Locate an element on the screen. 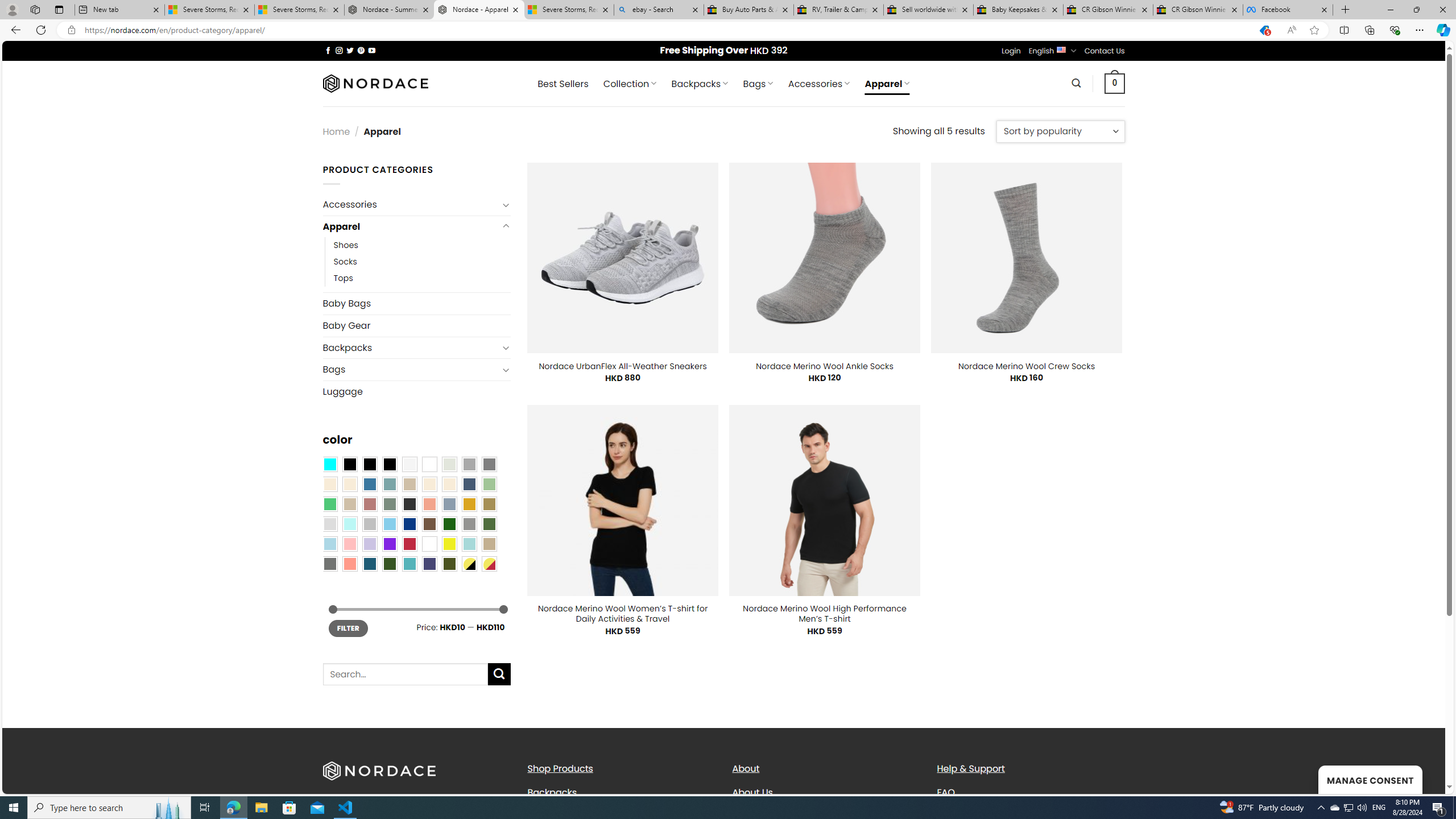 The height and width of the screenshot is (819, 1456). 'Navy Blue' is located at coordinates (408, 523).